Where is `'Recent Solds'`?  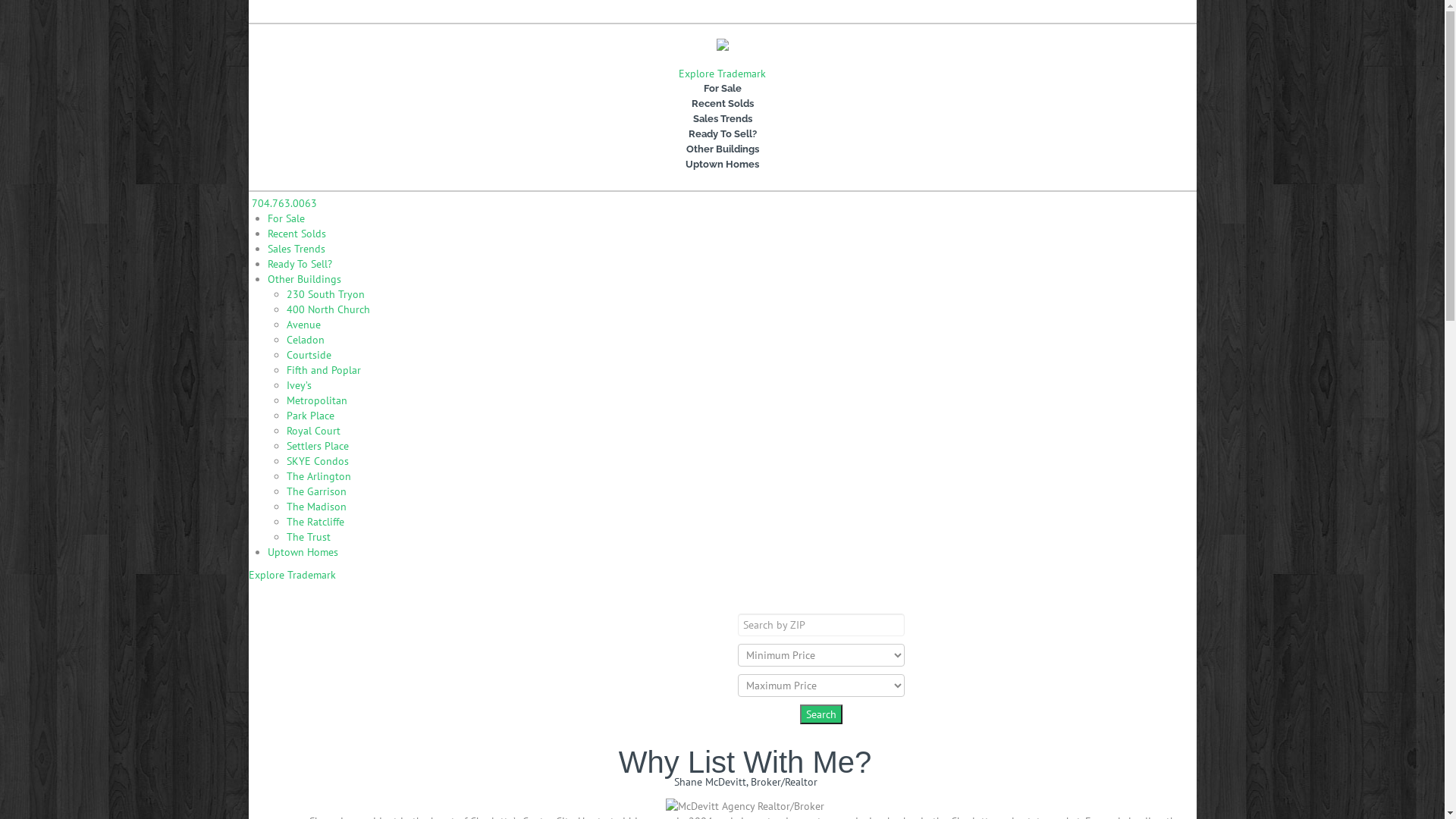
'Recent Solds' is located at coordinates (296, 234).